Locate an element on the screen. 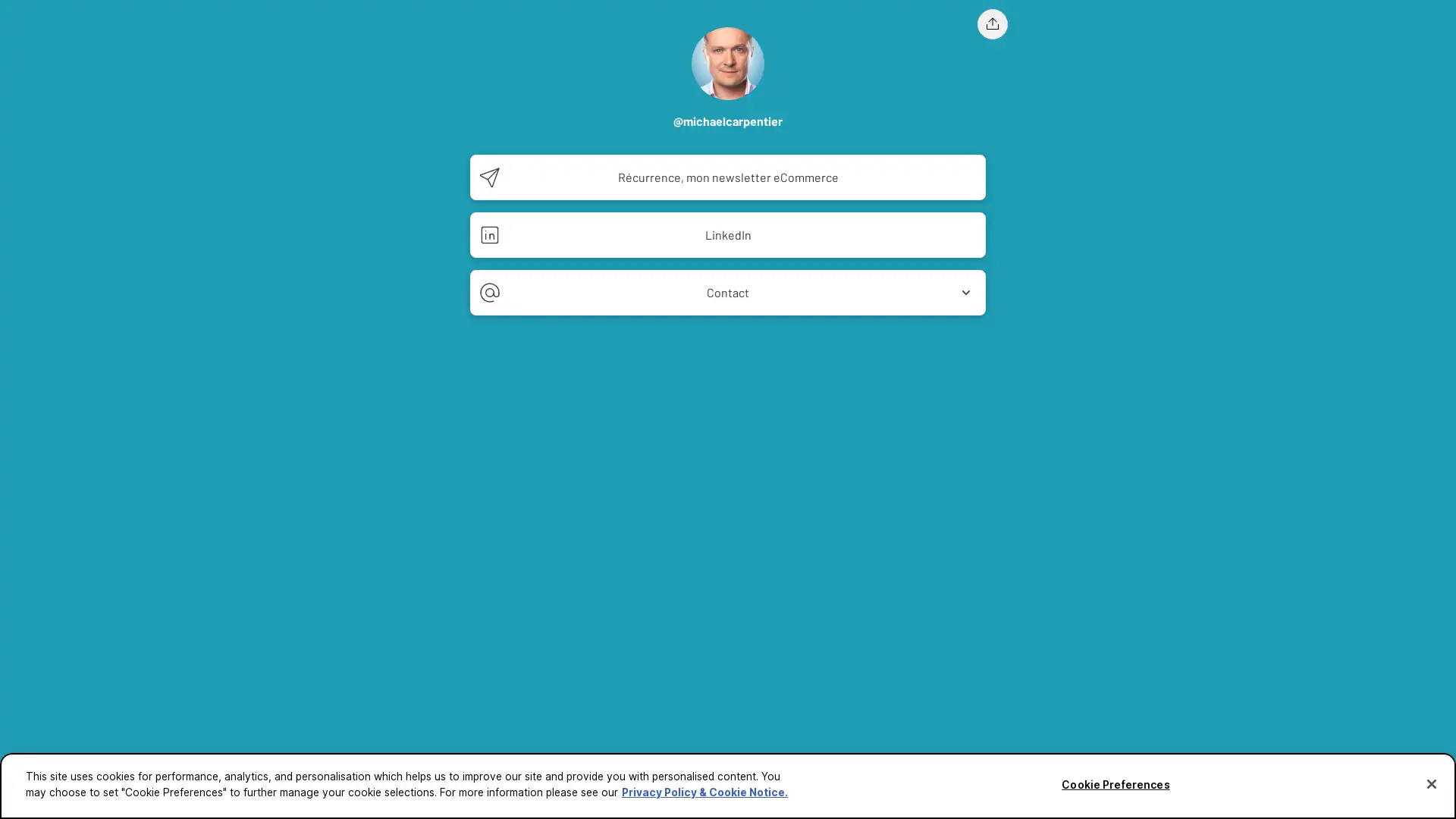  Cookie Preferences is located at coordinates (40, 796).